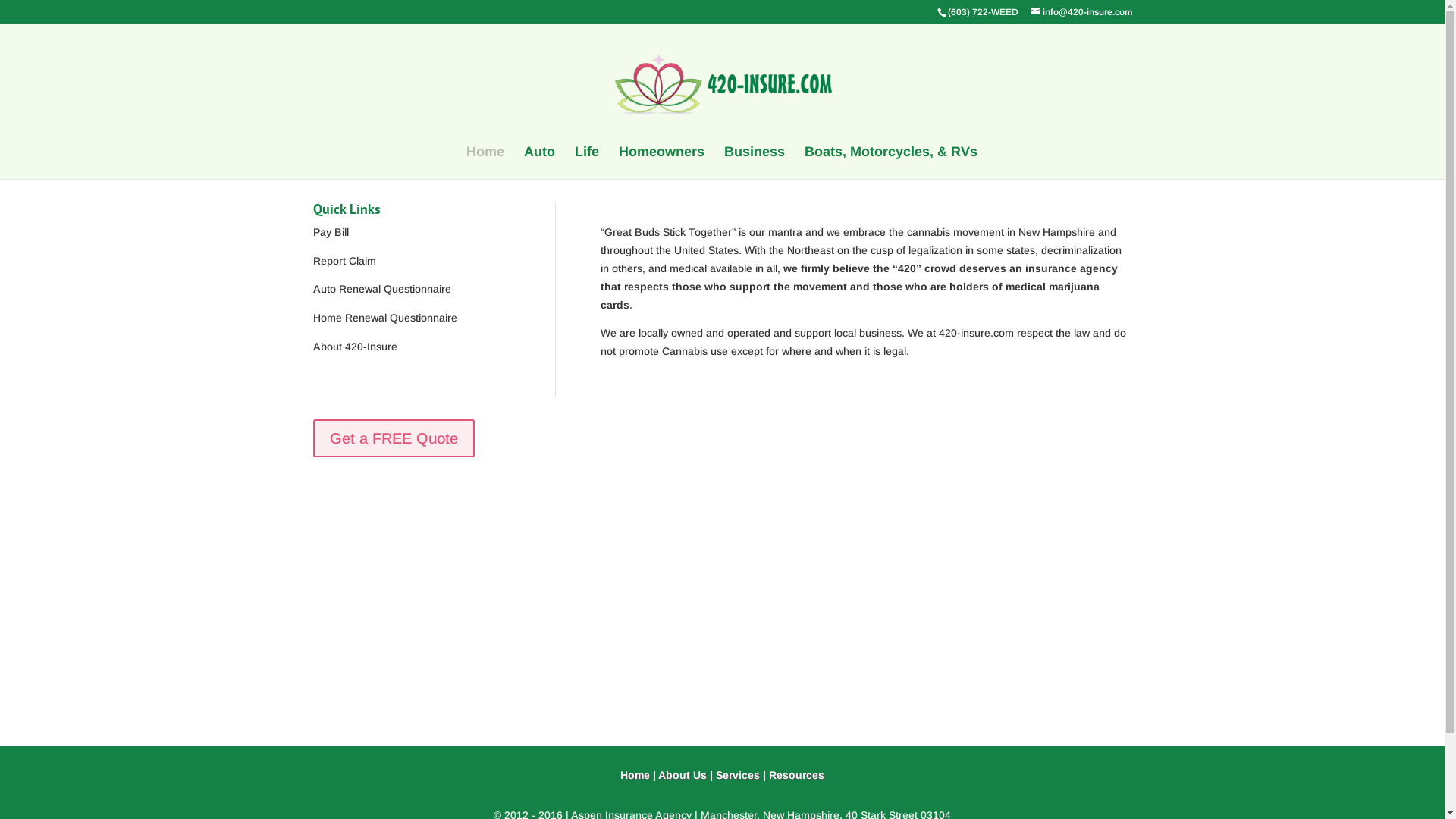 The height and width of the screenshot is (819, 1456). What do you see at coordinates (1080, 11) in the screenshot?
I see `'info@420-insure.com'` at bounding box center [1080, 11].